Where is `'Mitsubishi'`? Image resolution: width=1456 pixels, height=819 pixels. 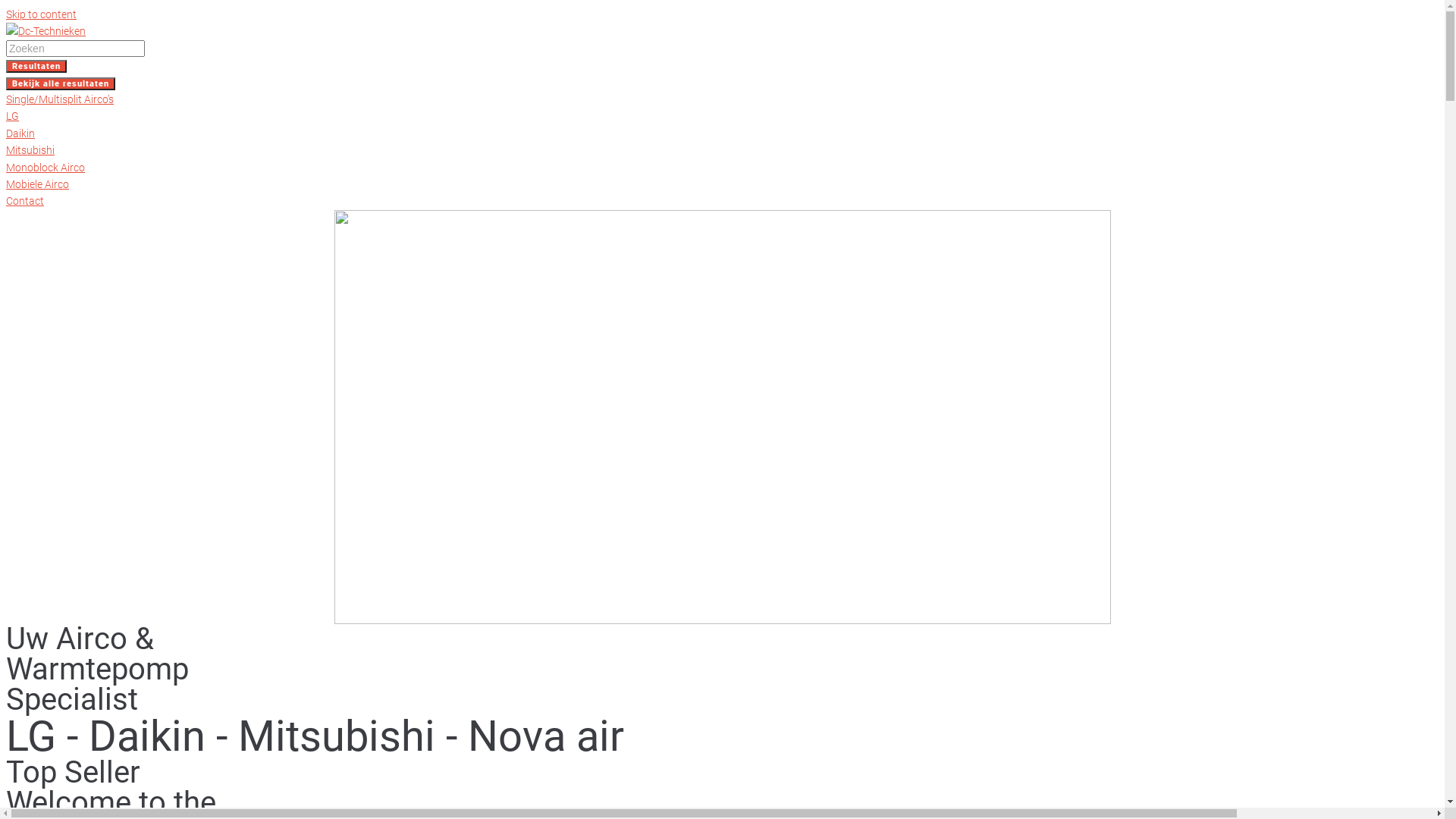
'Mitsubishi' is located at coordinates (30, 149).